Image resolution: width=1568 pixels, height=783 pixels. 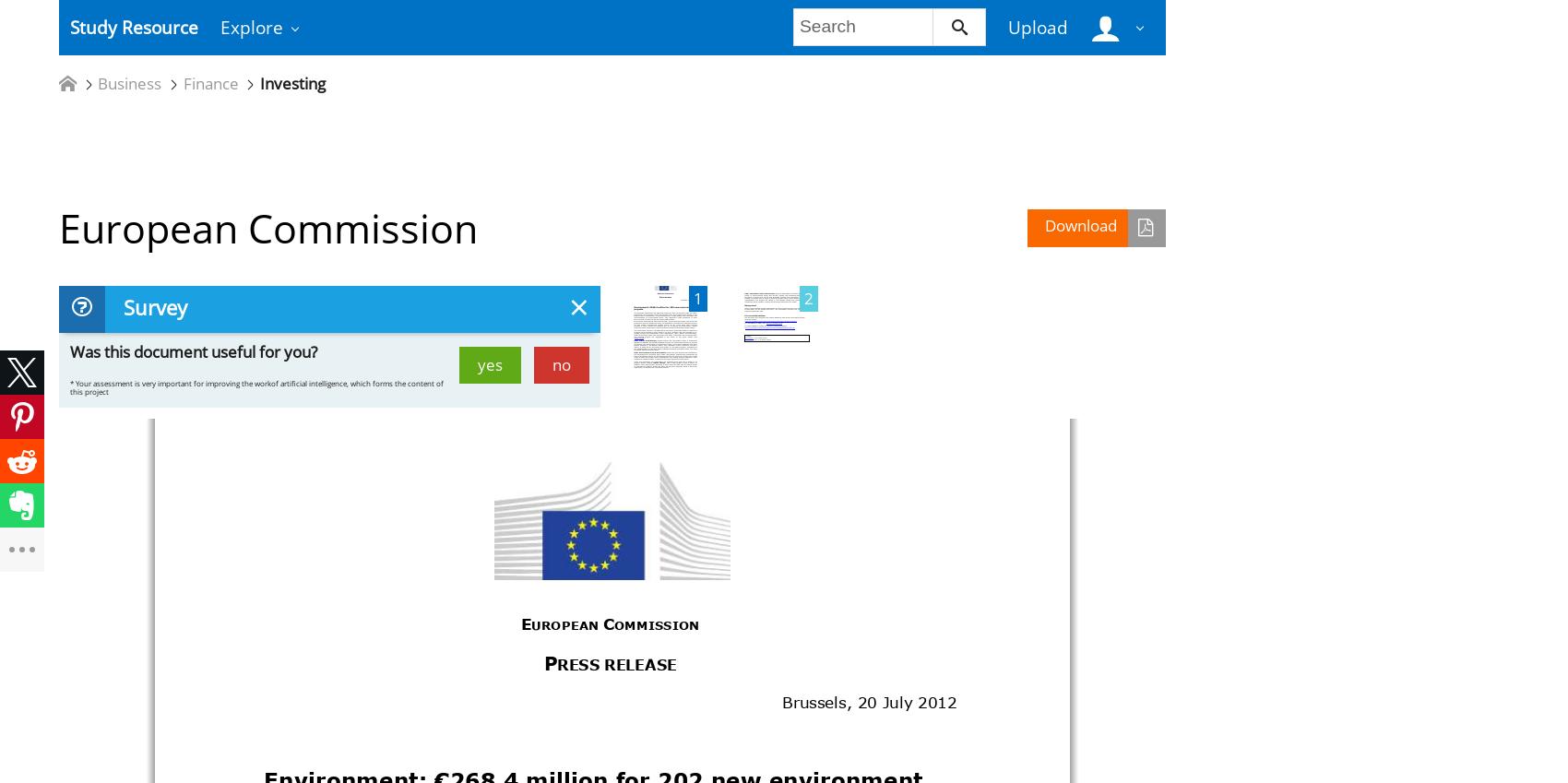 I want to click on 'Upload', so click(x=1037, y=26).